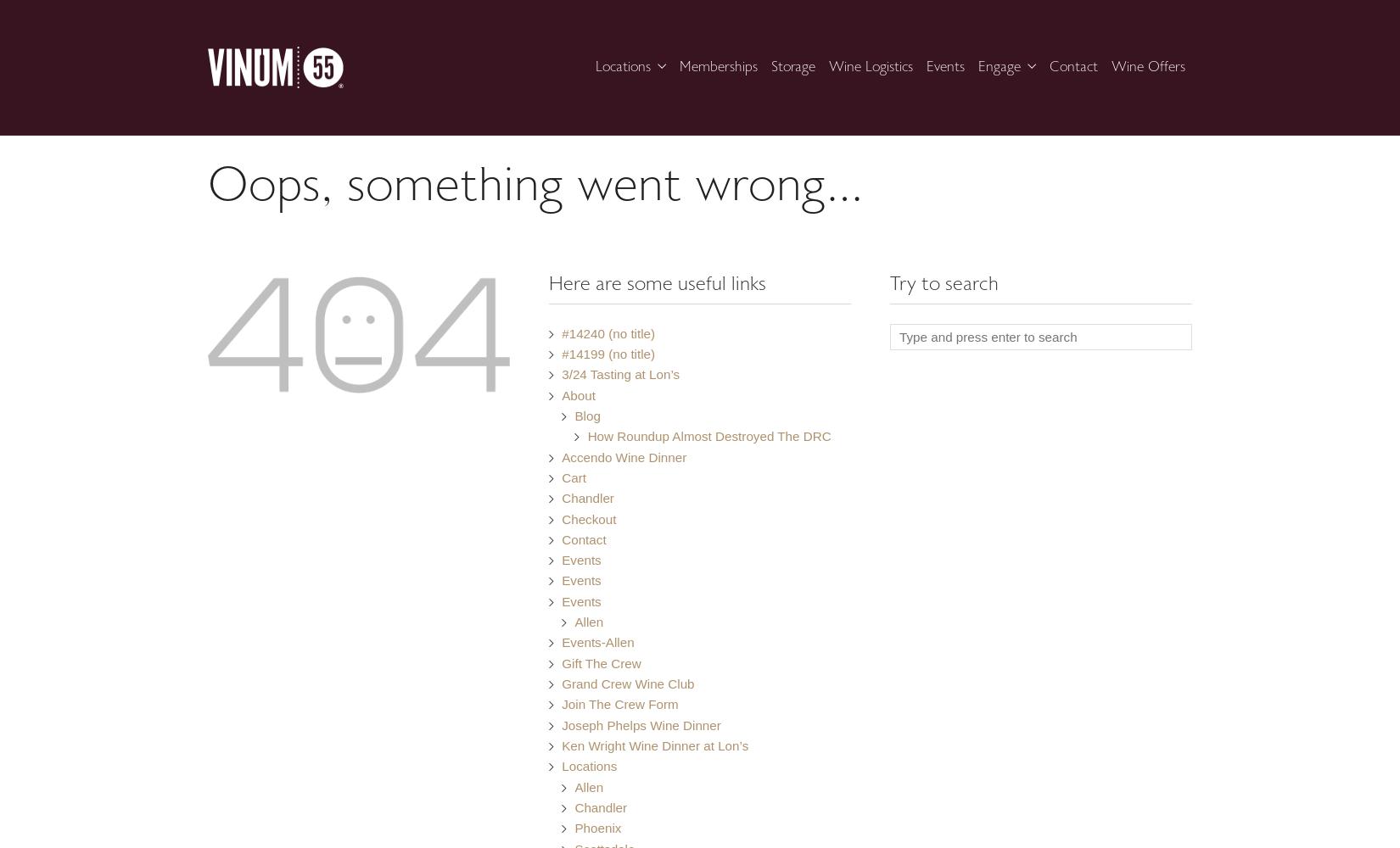 Image resolution: width=1400 pixels, height=848 pixels. What do you see at coordinates (577, 393) in the screenshot?
I see `'About'` at bounding box center [577, 393].